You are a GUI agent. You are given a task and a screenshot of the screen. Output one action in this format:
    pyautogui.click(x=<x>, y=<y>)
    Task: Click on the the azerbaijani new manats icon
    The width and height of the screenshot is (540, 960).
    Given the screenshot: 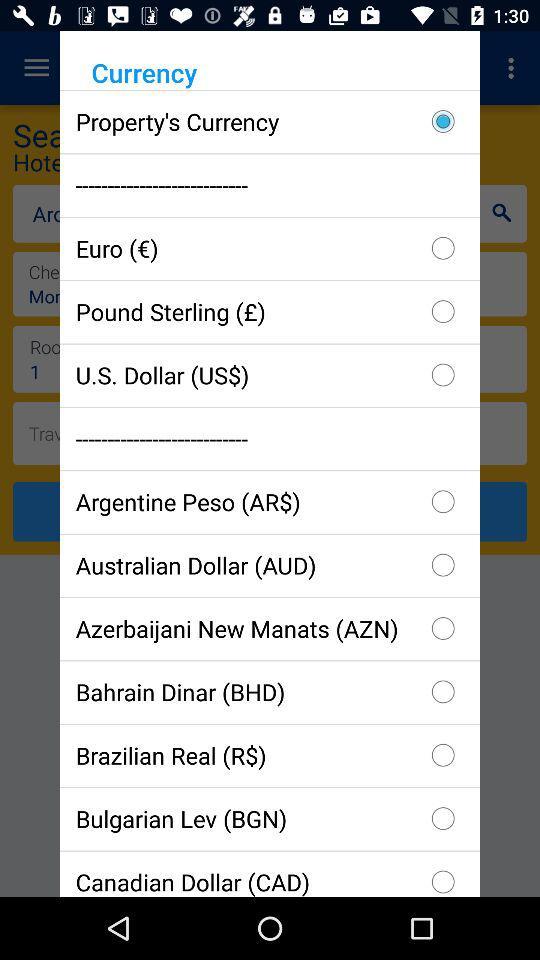 What is the action you would take?
    pyautogui.click(x=270, y=627)
    